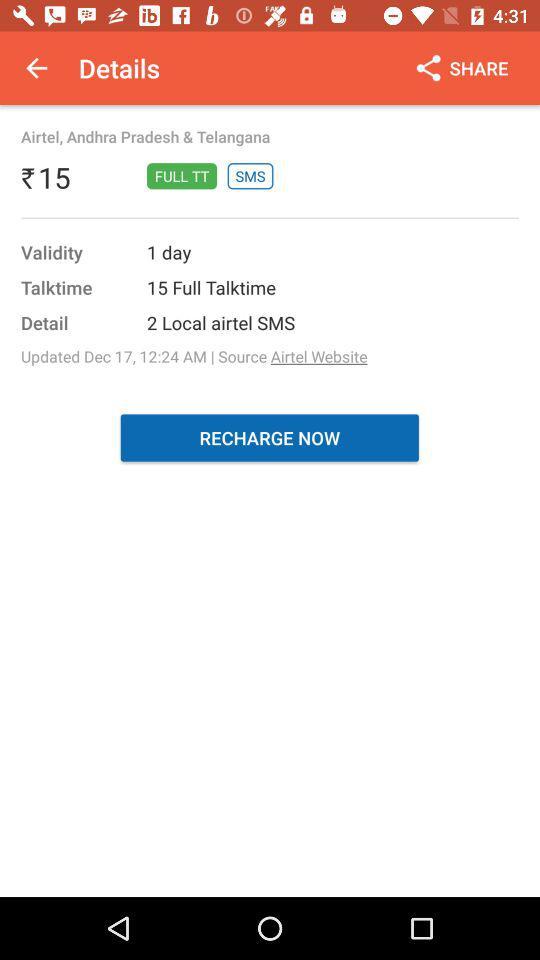  I want to click on the item above recharge now item, so click(194, 356).